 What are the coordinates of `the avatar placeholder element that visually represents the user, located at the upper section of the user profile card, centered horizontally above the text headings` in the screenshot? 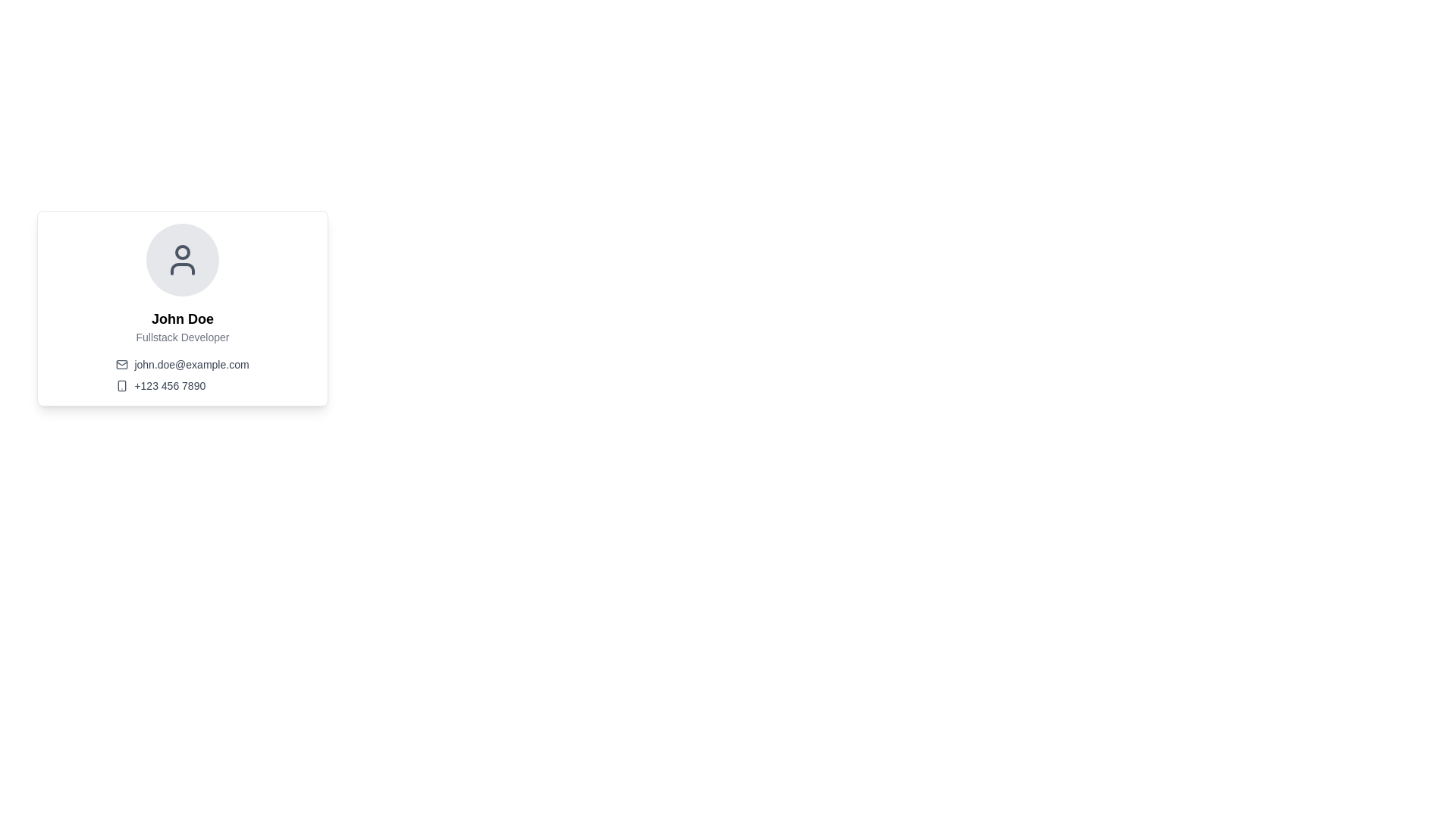 It's located at (182, 259).